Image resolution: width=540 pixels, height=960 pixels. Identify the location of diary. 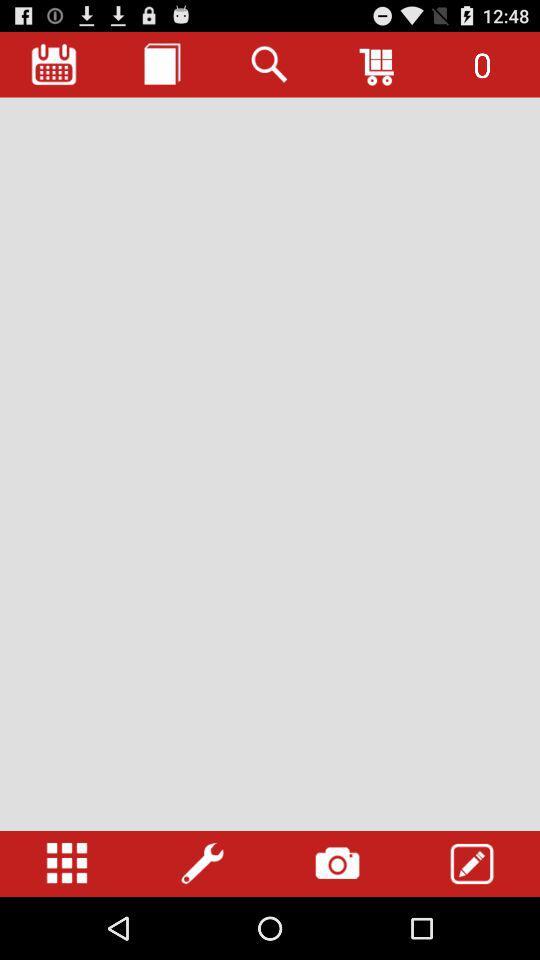
(161, 64).